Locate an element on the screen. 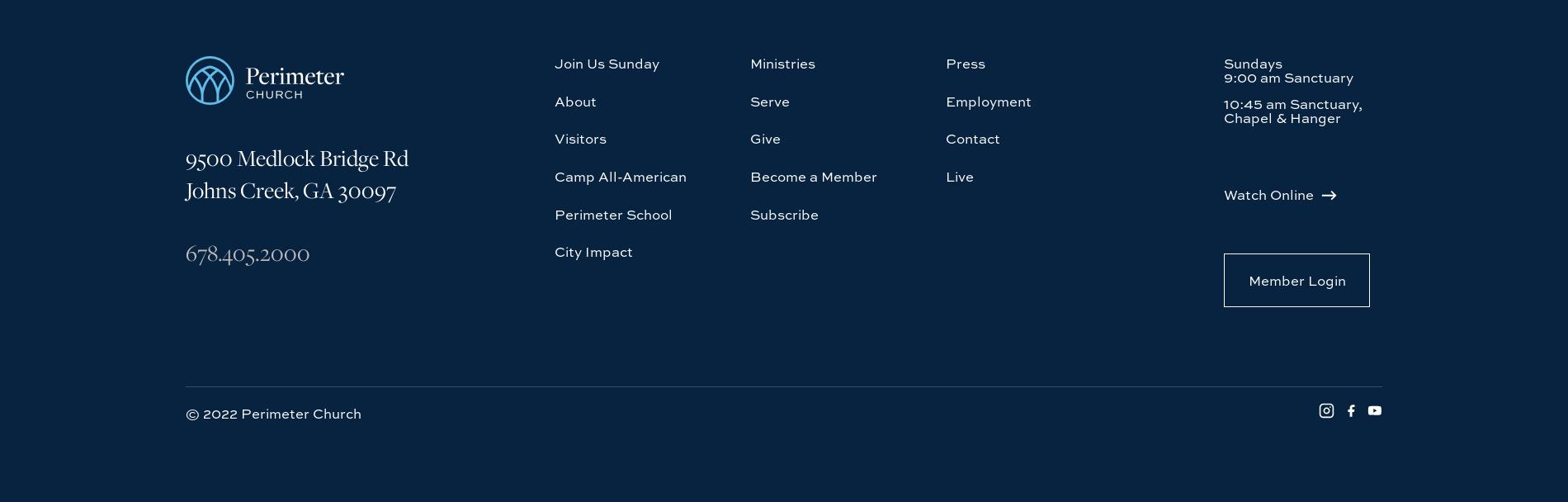  'Live' is located at coordinates (959, 24).